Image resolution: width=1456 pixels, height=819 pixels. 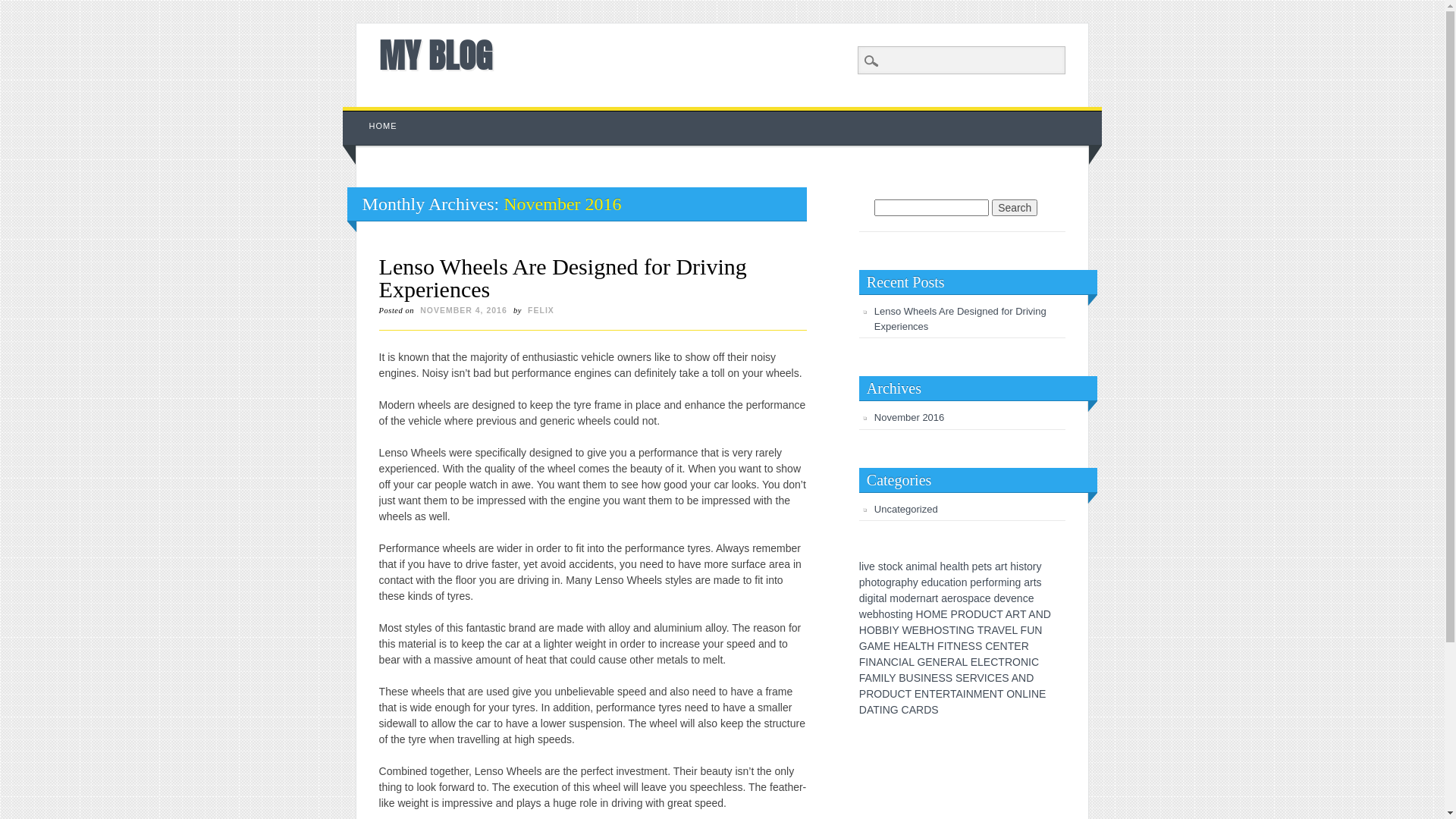 I want to click on 'A', so click(x=1009, y=614).